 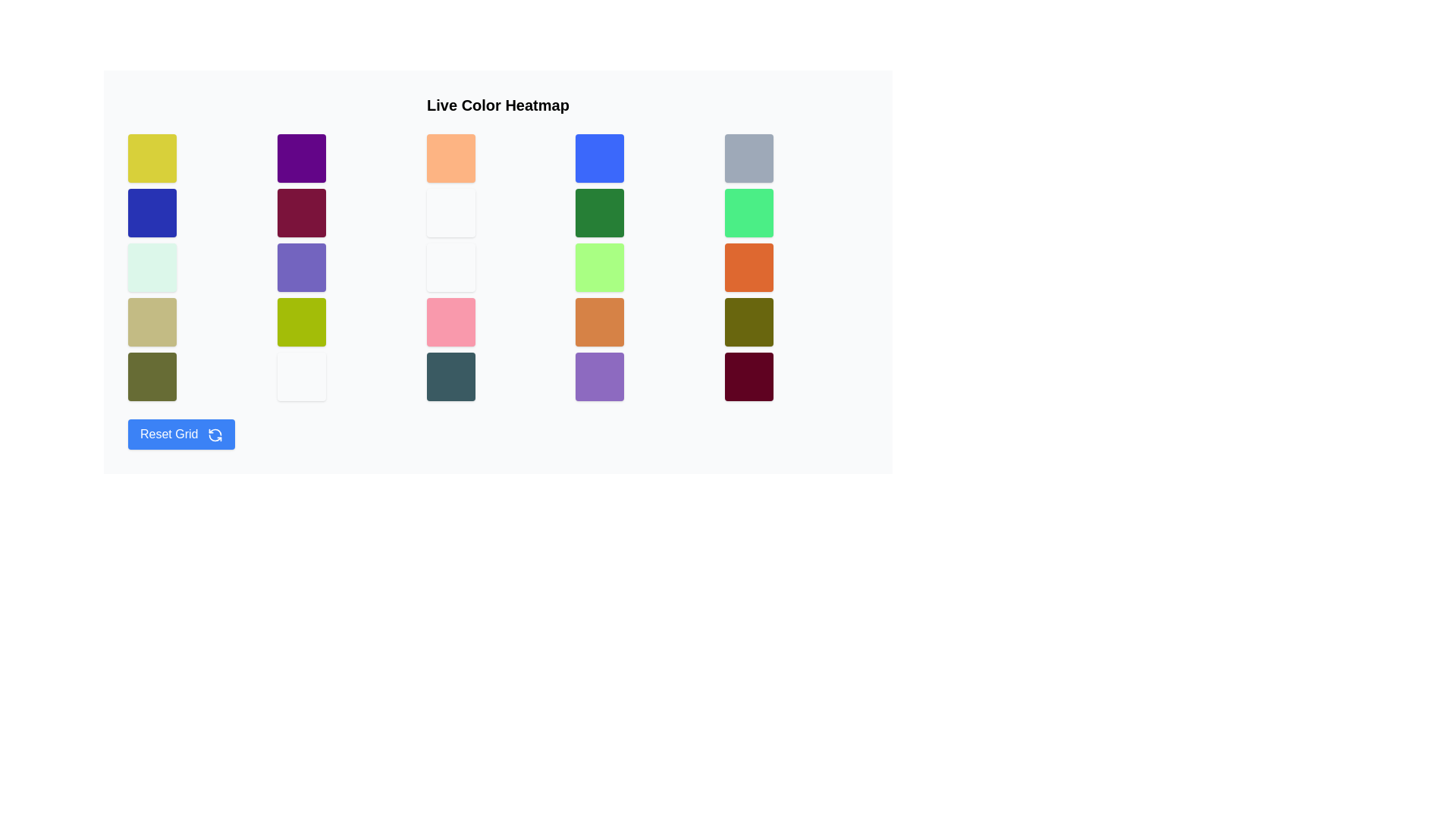 I want to click on the Color tile located in the fourth row and third column of the color selection grid, so click(x=450, y=321).